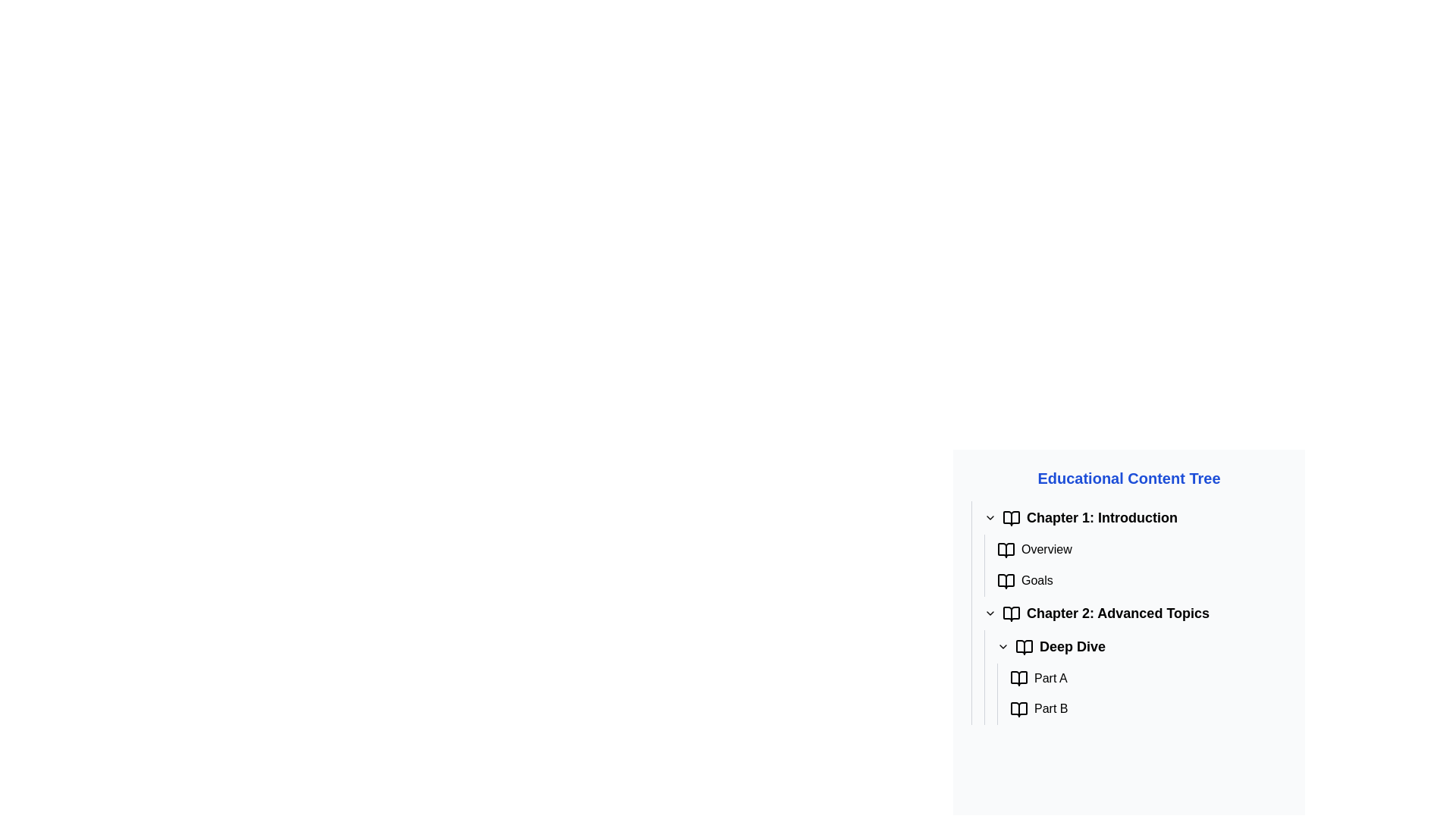  I want to click on the open book icon located to the left of the text 'Part B' in the 'Deep Dive' subsection under 'Chapter 2: Advanced Topics' within the 'Educational Content Tree' section, so click(1019, 710).